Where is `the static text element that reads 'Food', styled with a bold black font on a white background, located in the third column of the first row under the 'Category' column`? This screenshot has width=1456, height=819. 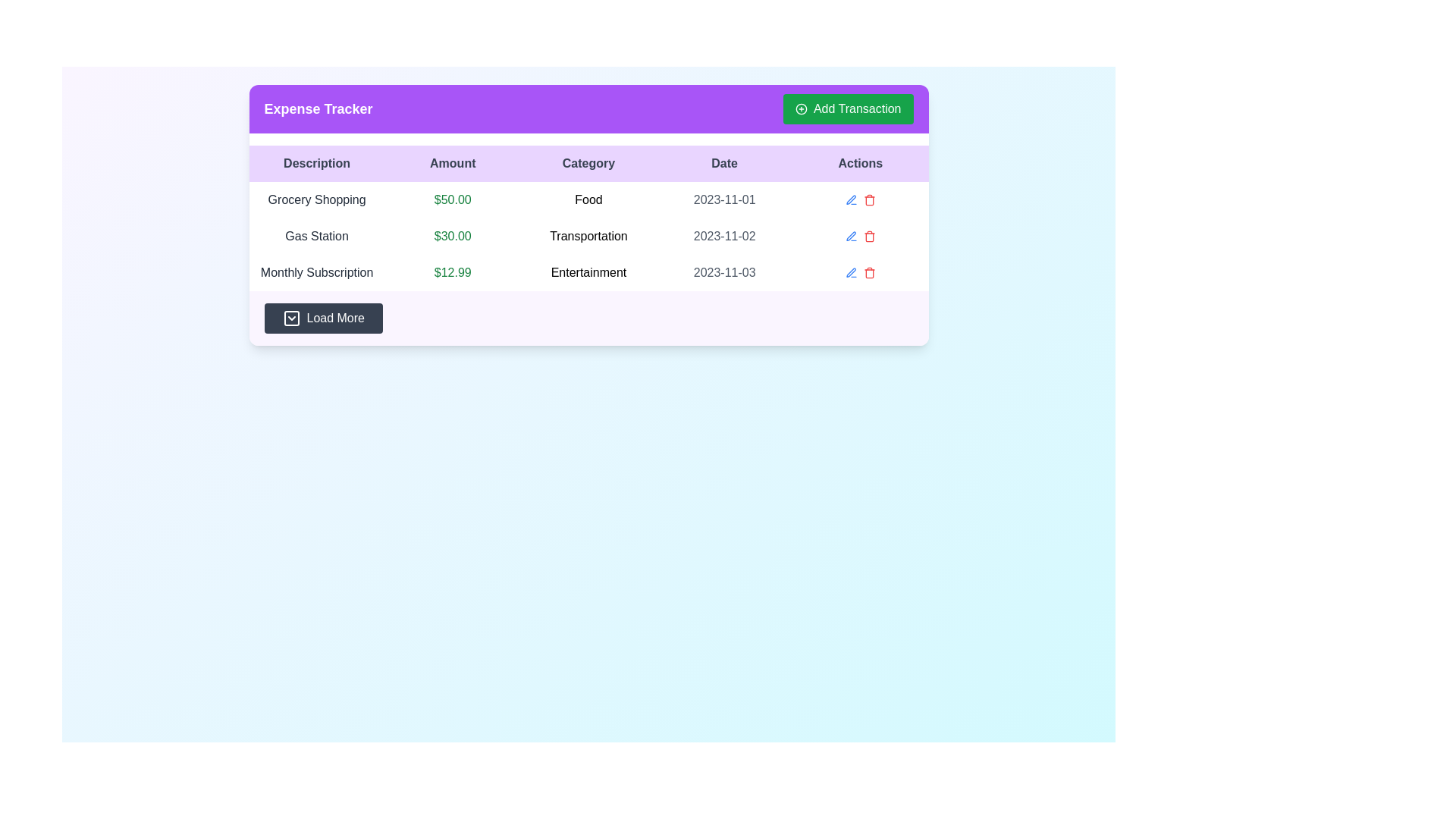
the static text element that reads 'Food', styled with a bold black font on a white background, located in the third column of the first row under the 'Category' column is located at coordinates (588, 199).